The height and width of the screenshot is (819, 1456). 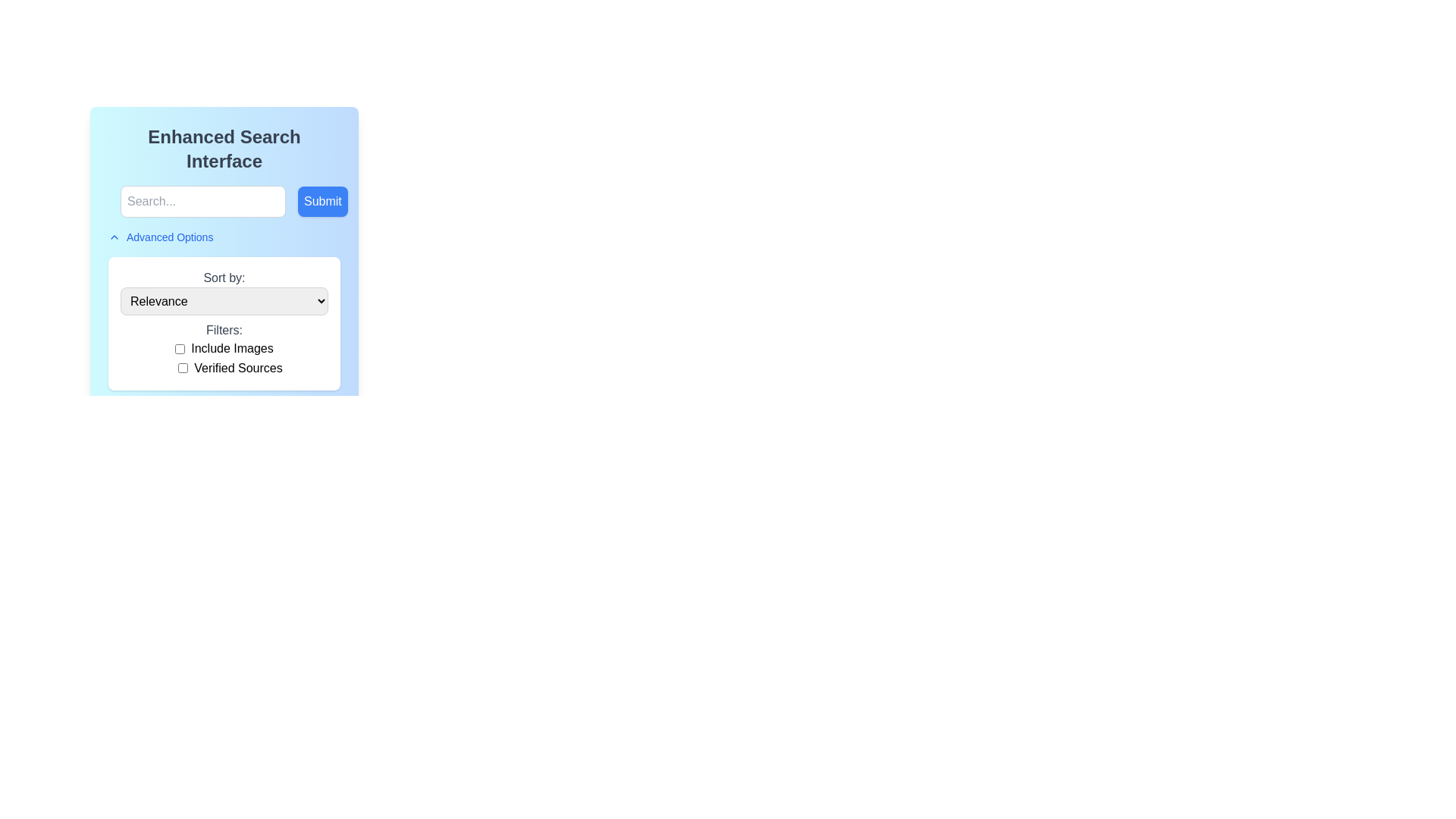 I want to click on the 'Sort by:' label, which is part of the sorting interface and is positioned above the 'RelevanceDate' dropdown menu, so click(x=224, y=278).